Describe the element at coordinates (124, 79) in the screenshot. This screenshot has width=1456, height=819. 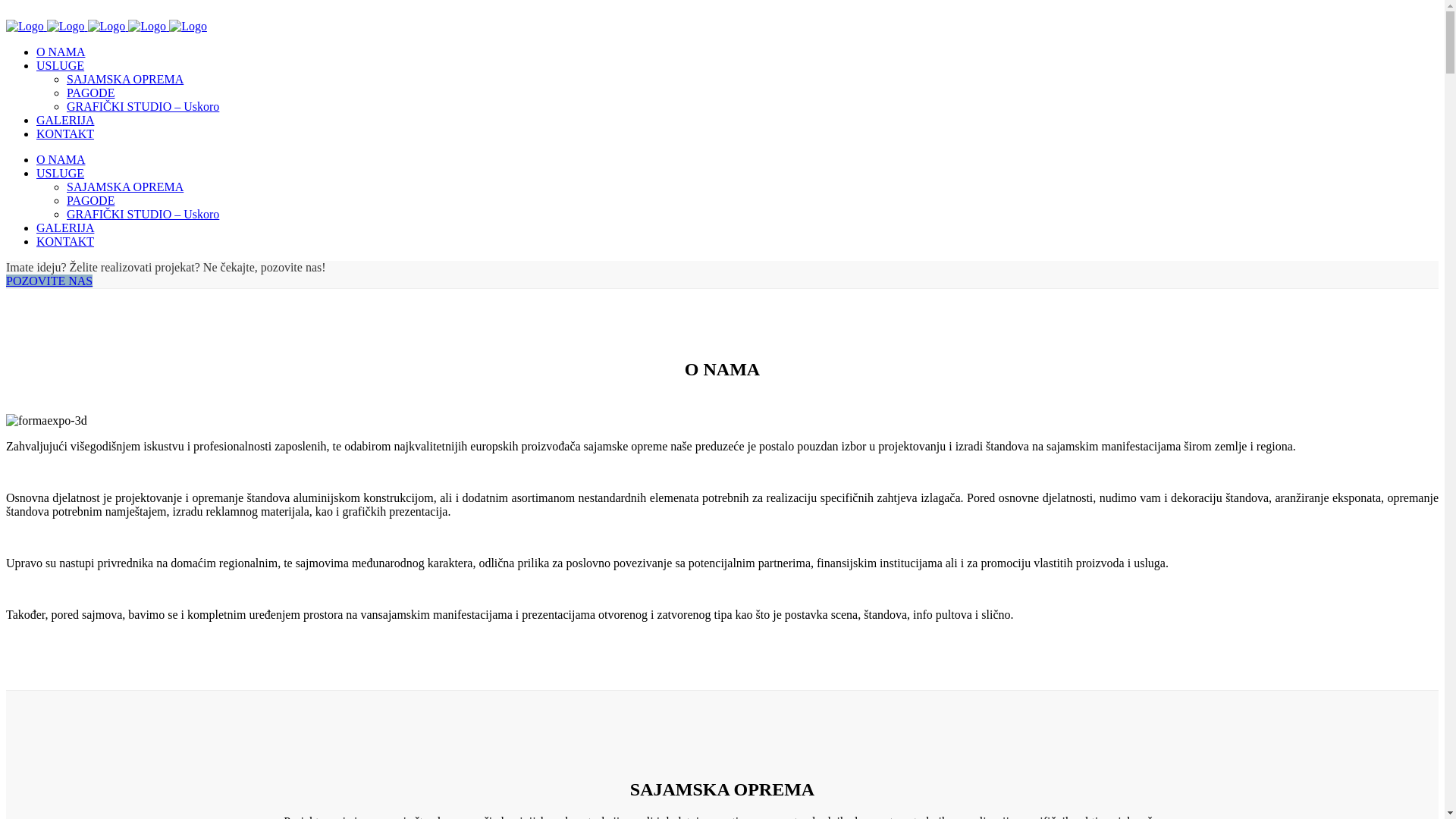
I see `'SAJAMSKA OPREMA'` at that location.